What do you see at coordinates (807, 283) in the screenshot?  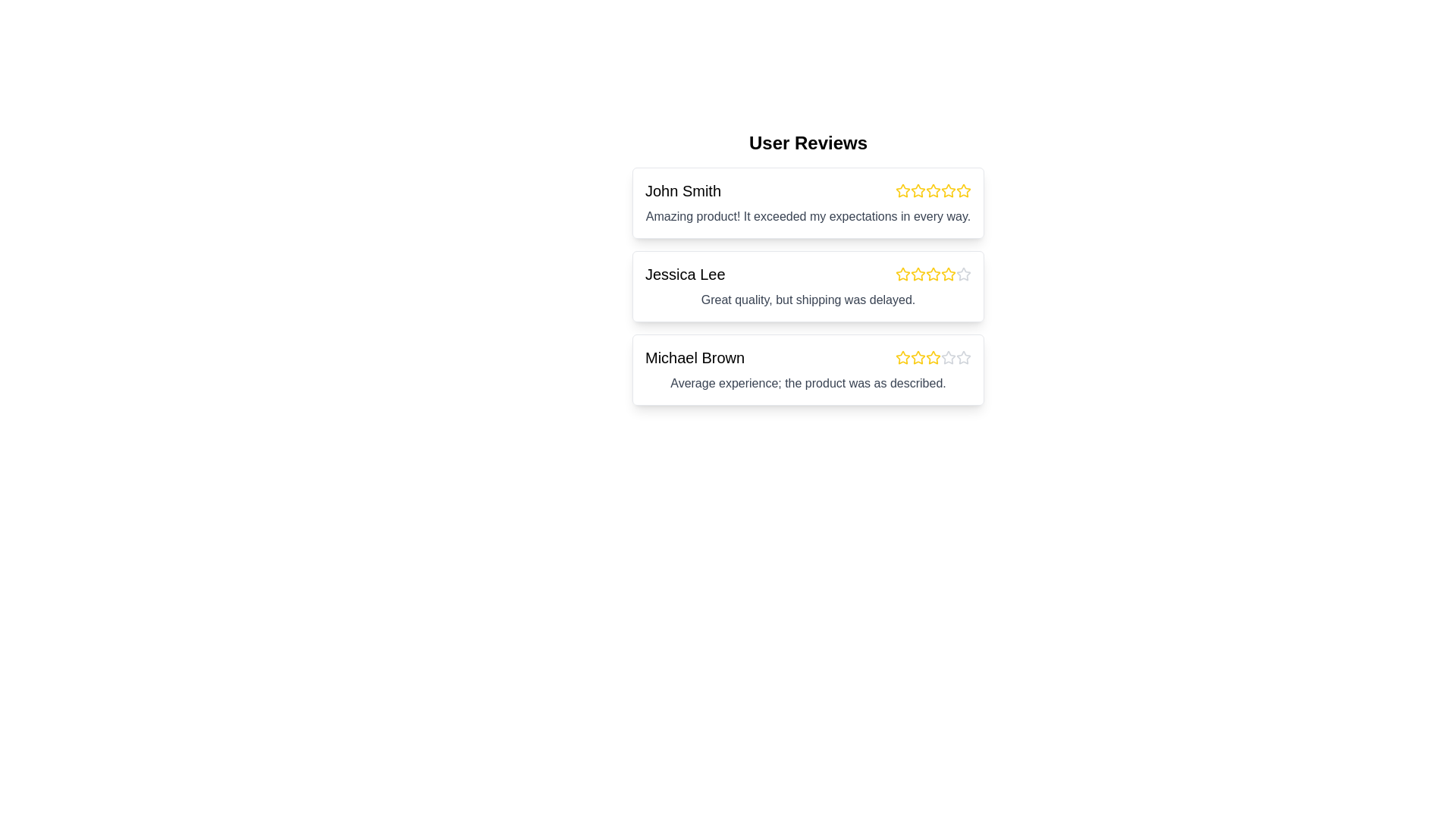 I see `the UserFeedbackSummary component to access the browser's context menu` at bounding box center [807, 283].